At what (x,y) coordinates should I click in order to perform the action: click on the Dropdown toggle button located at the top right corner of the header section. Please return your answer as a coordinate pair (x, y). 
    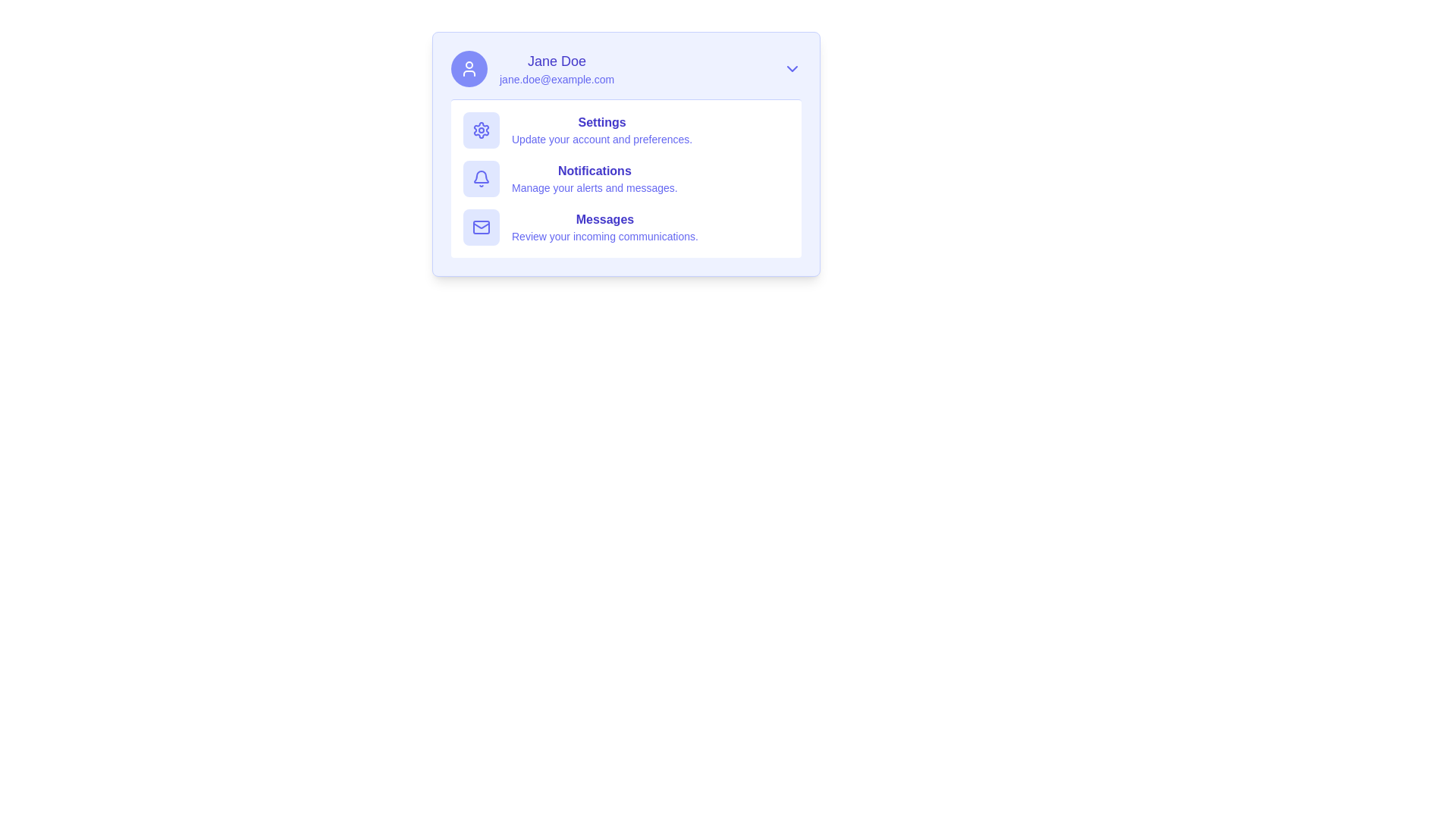
    Looking at the image, I should click on (792, 69).